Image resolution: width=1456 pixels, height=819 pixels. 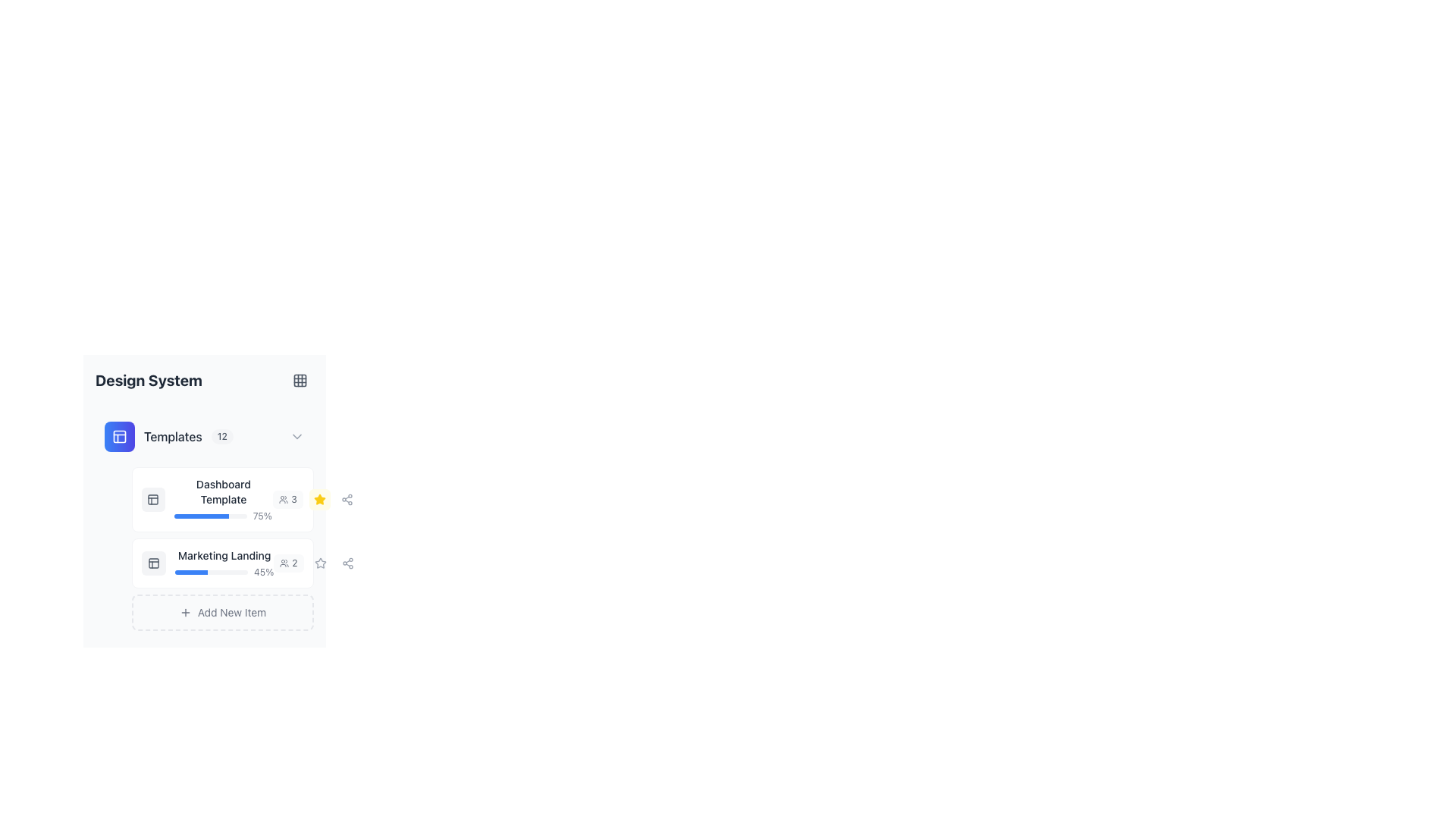 What do you see at coordinates (319, 563) in the screenshot?
I see `the star icon button located on the right side of the 'Marketing Landing' template row to mark it as a favorite` at bounding box center [319, 563].